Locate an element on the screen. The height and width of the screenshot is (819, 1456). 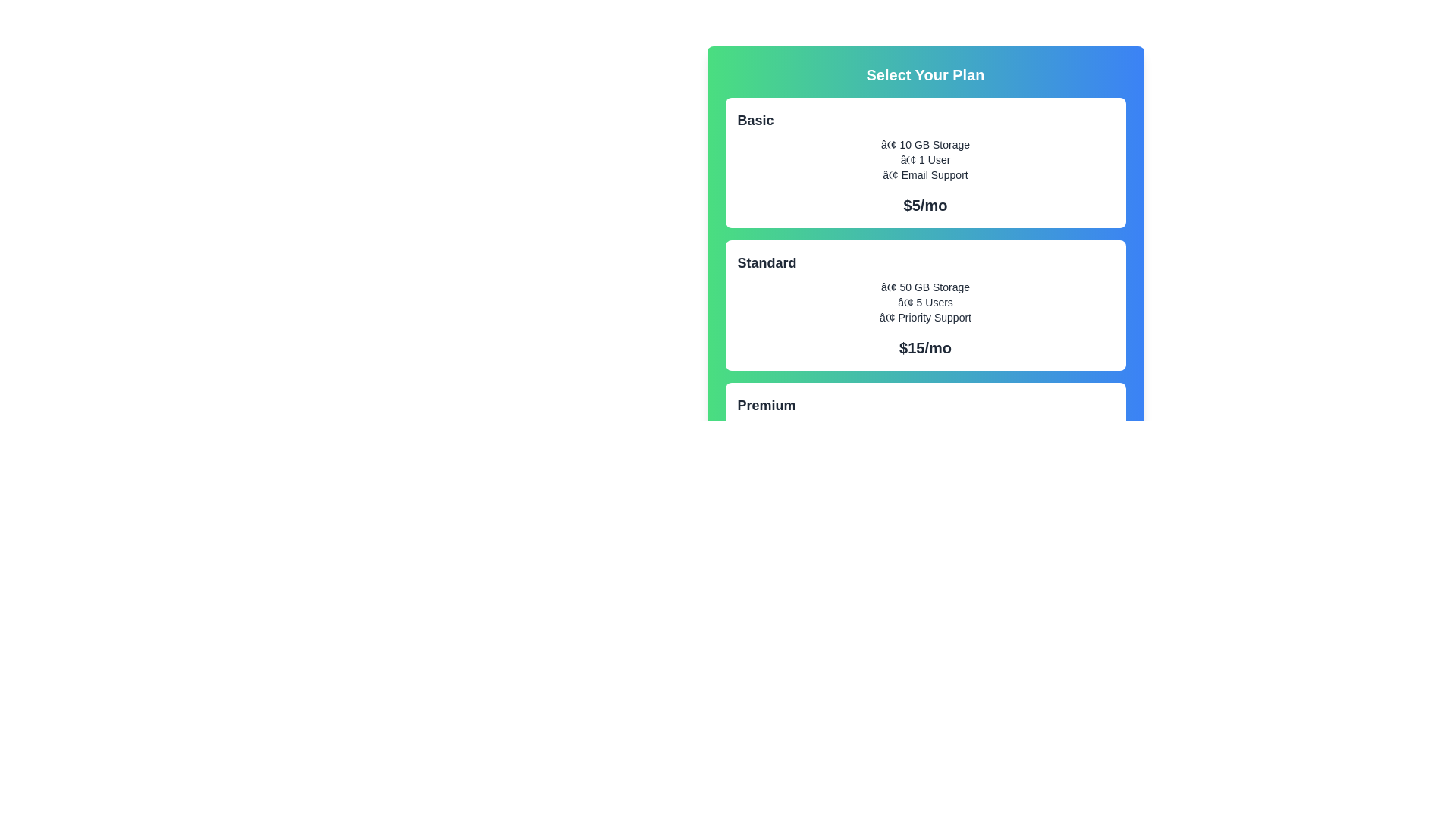
the Text Label displaying '• Priority Support', which is the third item in the vertically-stacked list within the 'Standard' plan card is located at coordinates (924, 317).